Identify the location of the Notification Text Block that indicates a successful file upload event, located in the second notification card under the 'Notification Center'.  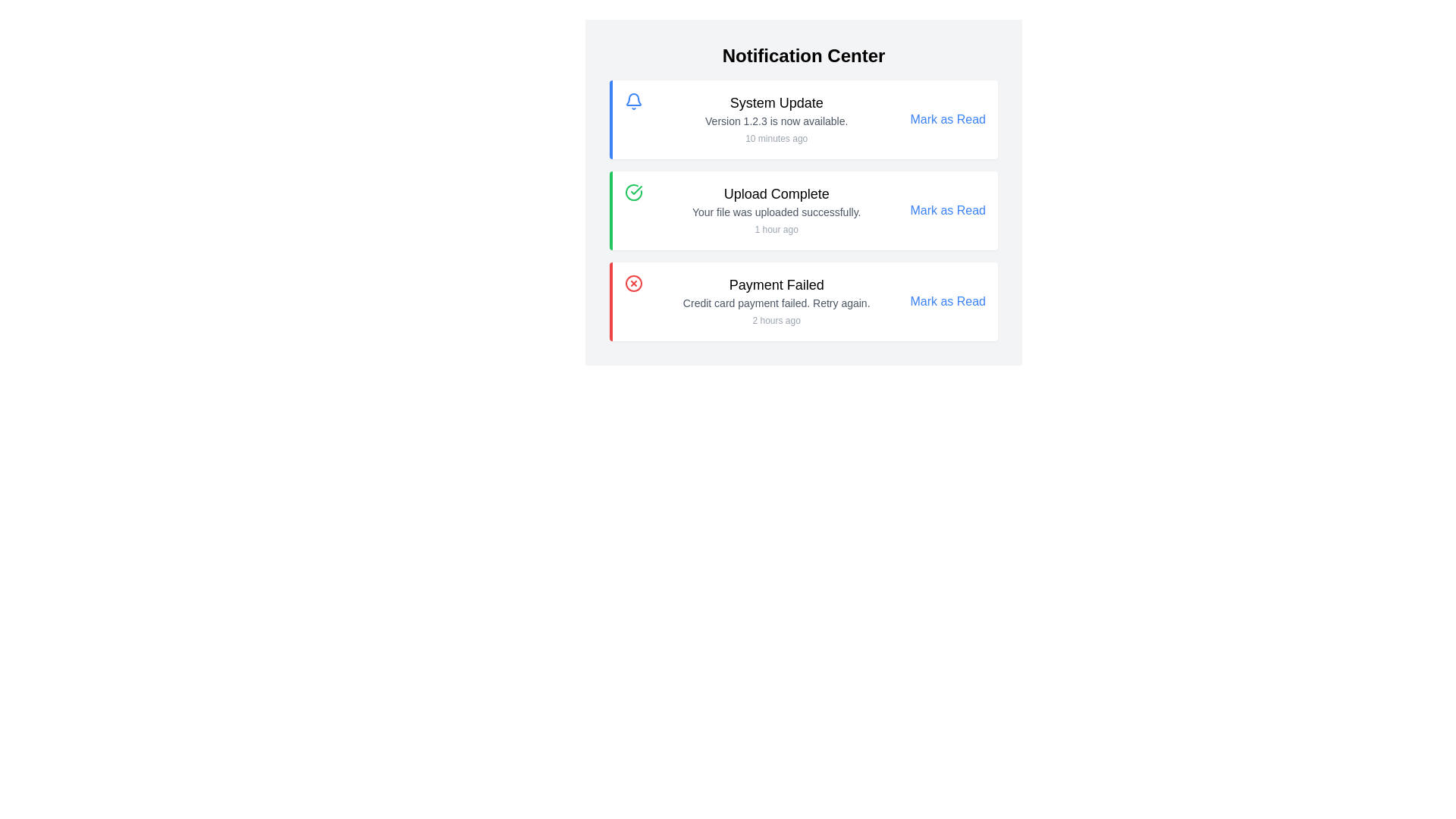
(777, 210).